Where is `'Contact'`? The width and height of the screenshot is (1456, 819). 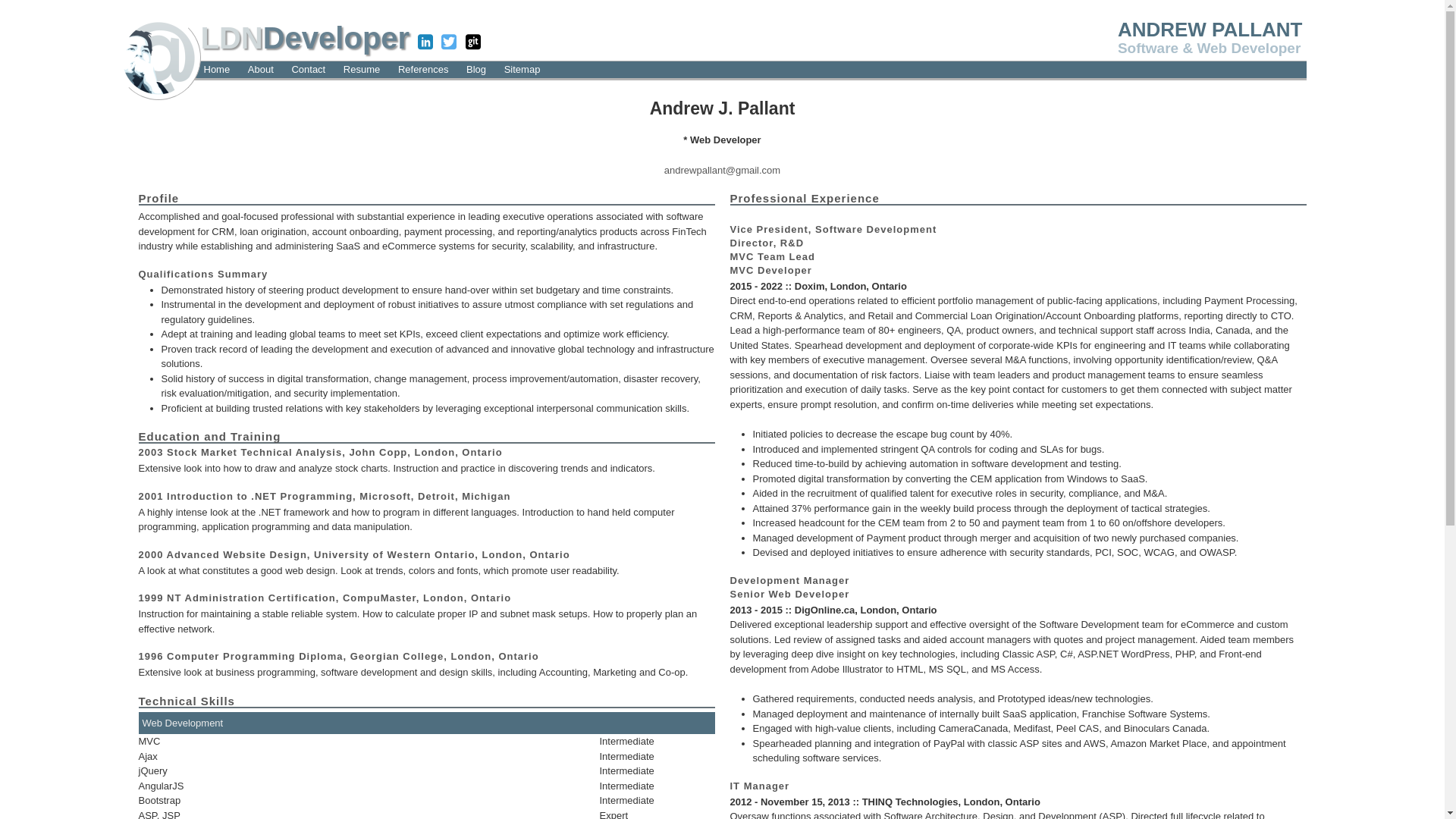 'Contact' is located at coordinates (287, 69).